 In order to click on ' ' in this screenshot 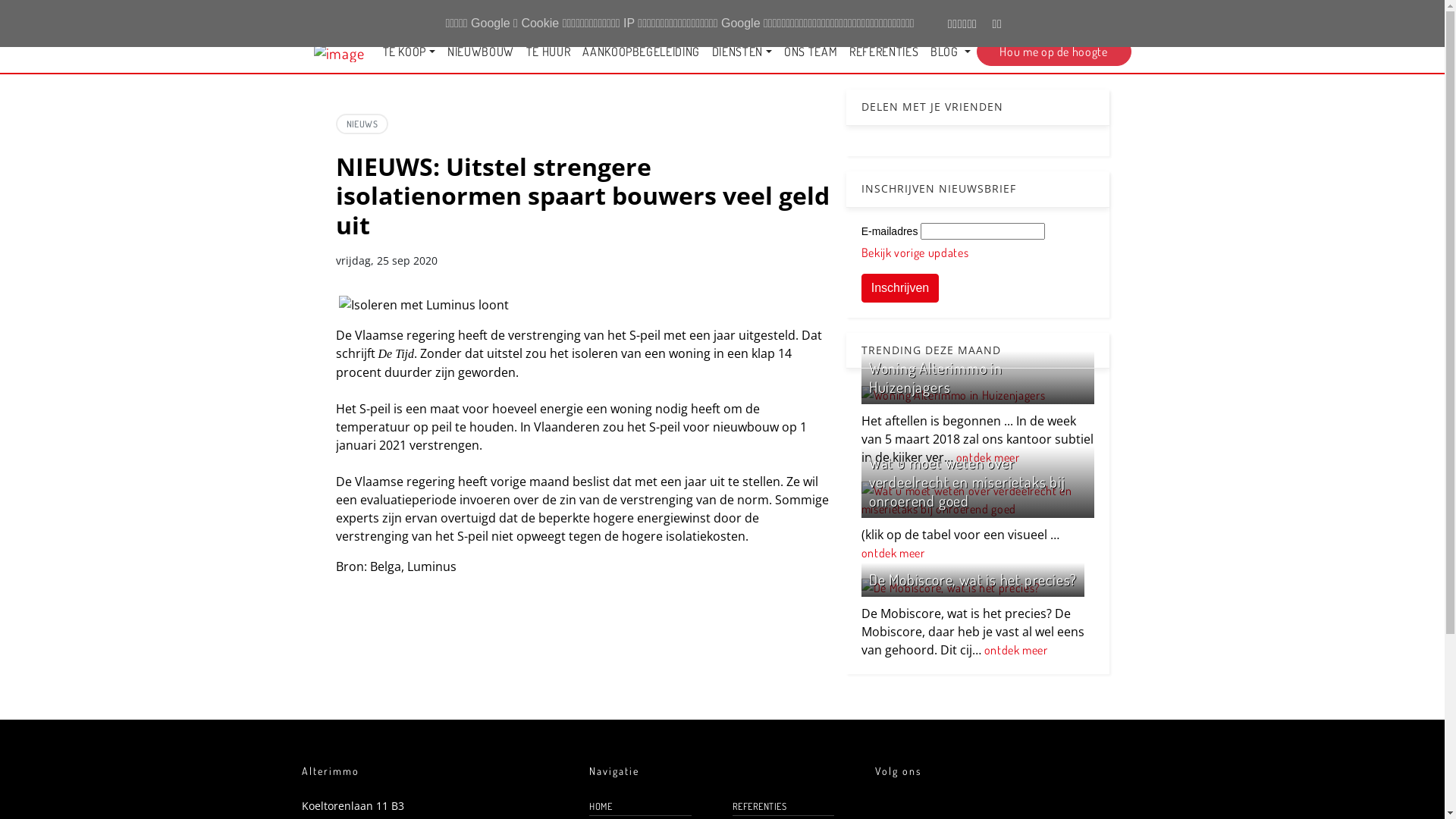, I will do `click(1084, 14)`.